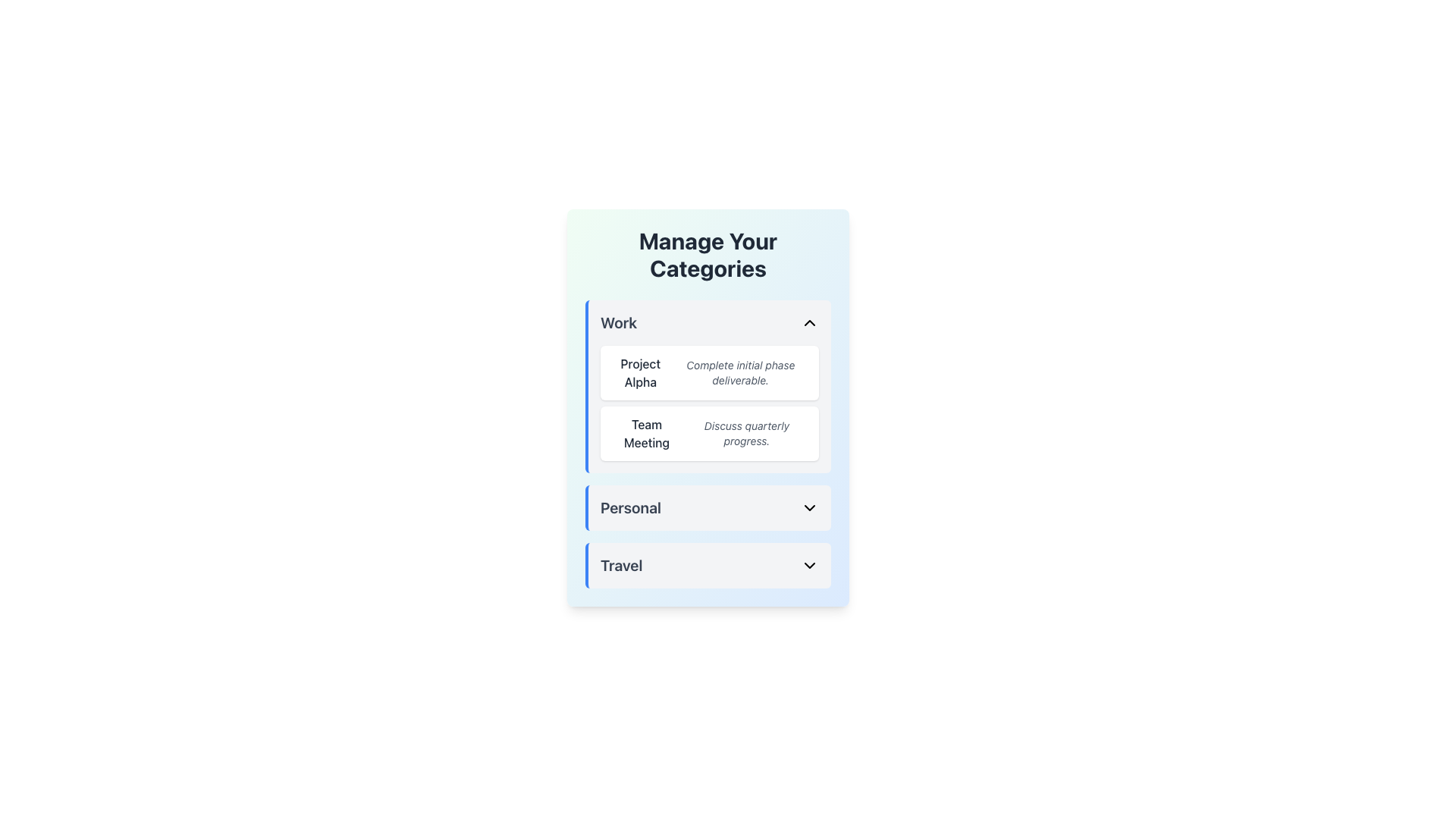 Image resolution: width=1456 pixels, height=819 pixels. What do you see at coordinates (709, 403) in the screenshot?
I see `the second item in the list that describes 'Discuss quarterly progress.'` at bounding box center [709, 403].